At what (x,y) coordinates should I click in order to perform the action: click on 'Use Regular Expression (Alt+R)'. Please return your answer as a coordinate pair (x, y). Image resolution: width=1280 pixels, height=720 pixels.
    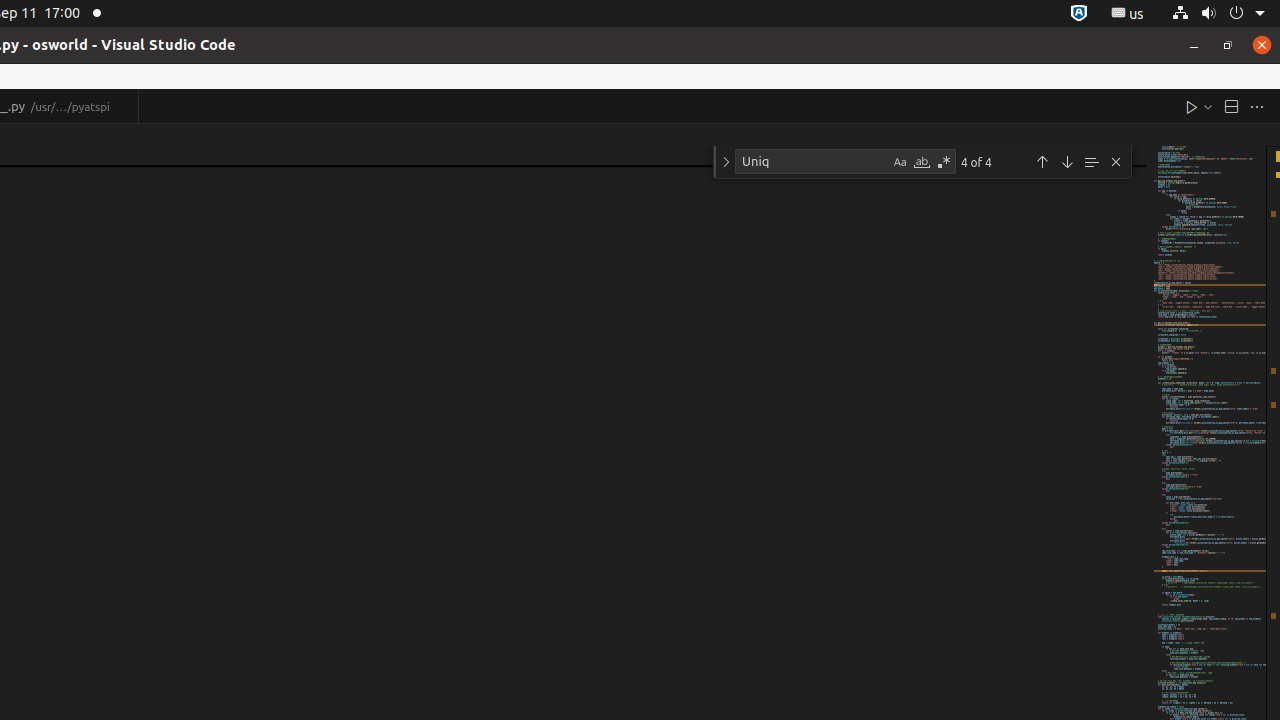
    Looking at the image, I should click on (943, 161).